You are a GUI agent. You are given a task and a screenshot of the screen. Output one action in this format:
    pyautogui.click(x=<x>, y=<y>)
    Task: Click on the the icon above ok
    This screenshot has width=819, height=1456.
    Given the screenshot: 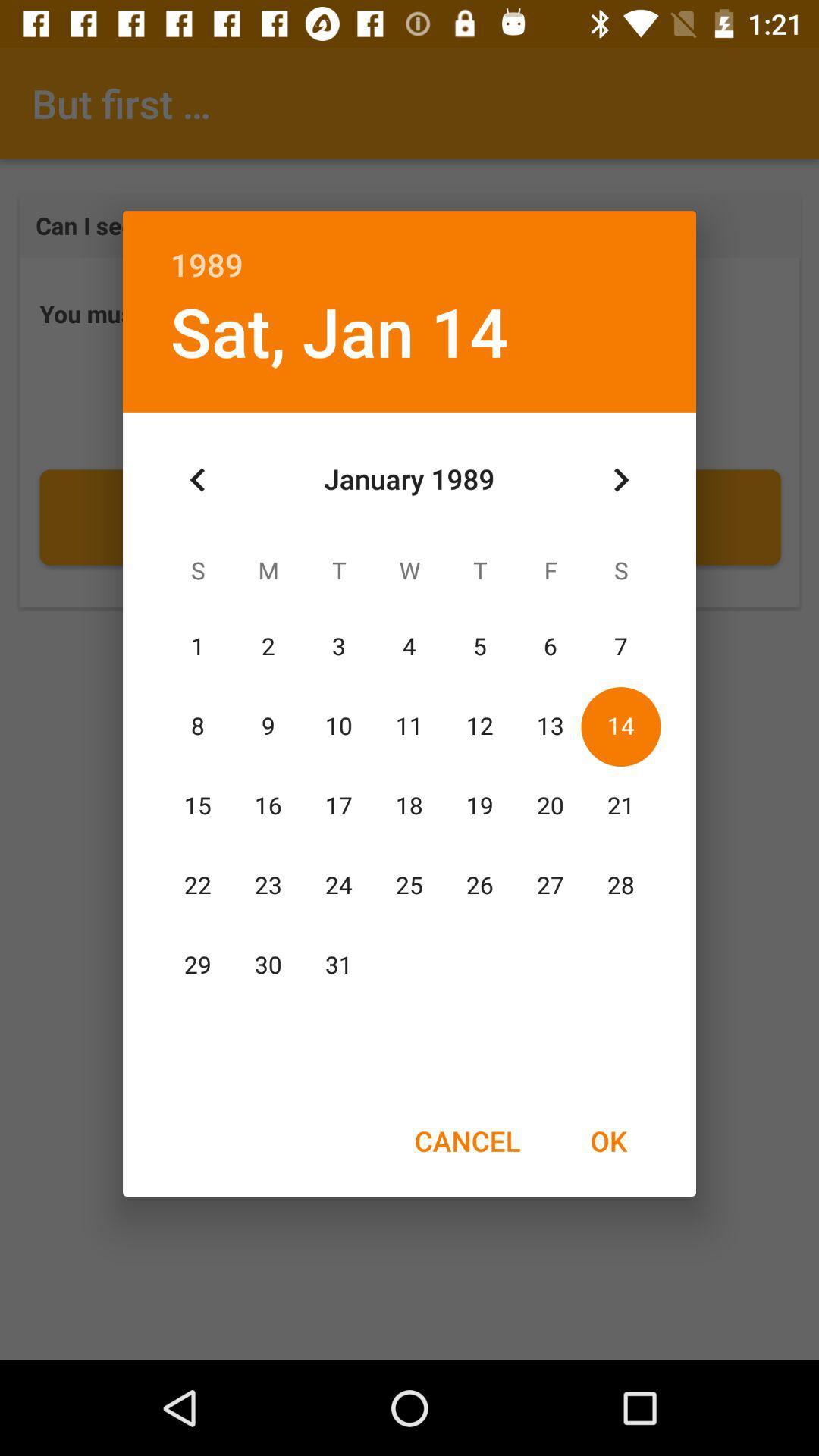 What is the action you would take?
    pyautogui.click(x=620, y=479)
    